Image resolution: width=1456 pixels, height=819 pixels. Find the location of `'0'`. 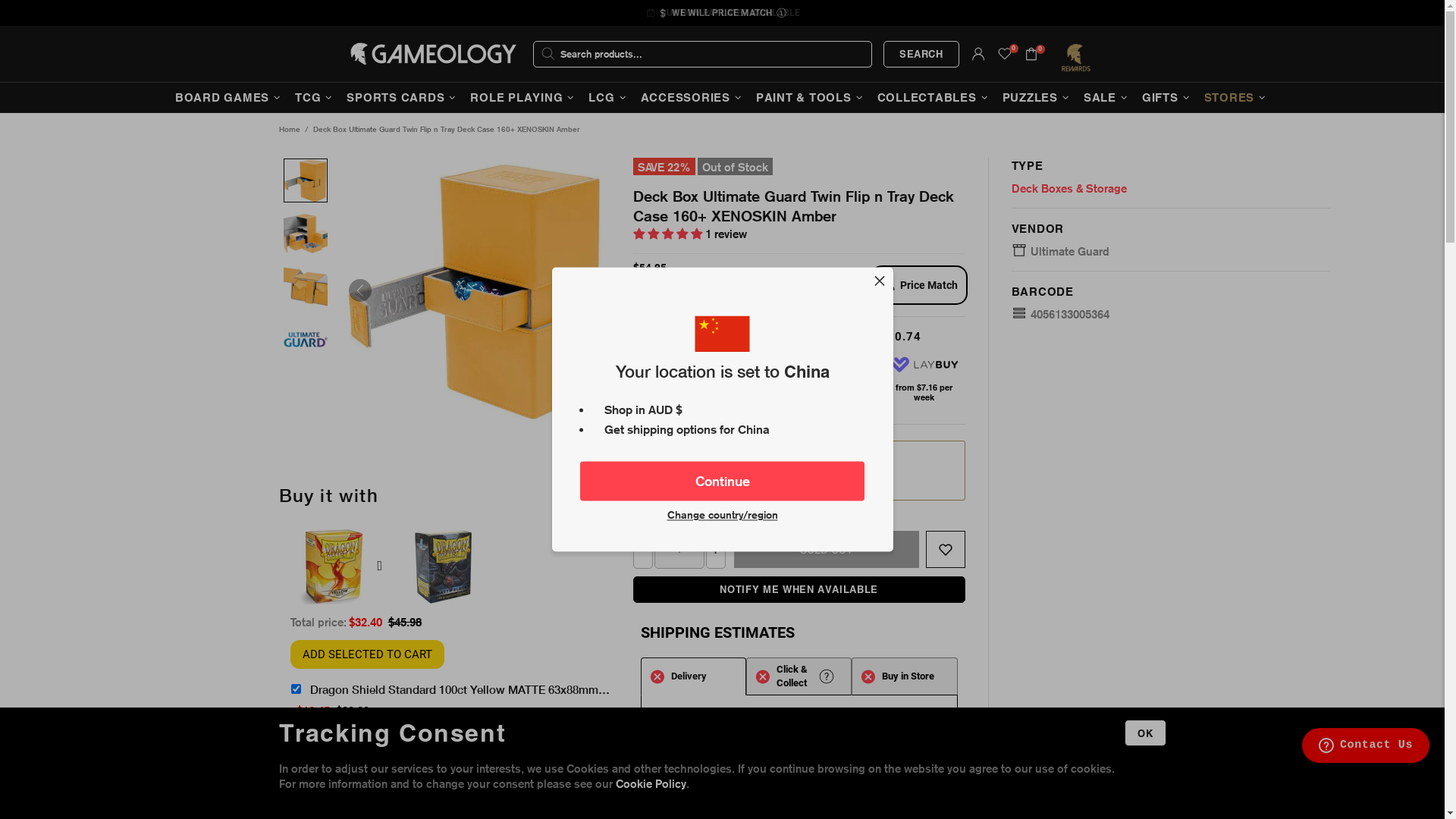

'0' is located at coordinates (1004, 52).